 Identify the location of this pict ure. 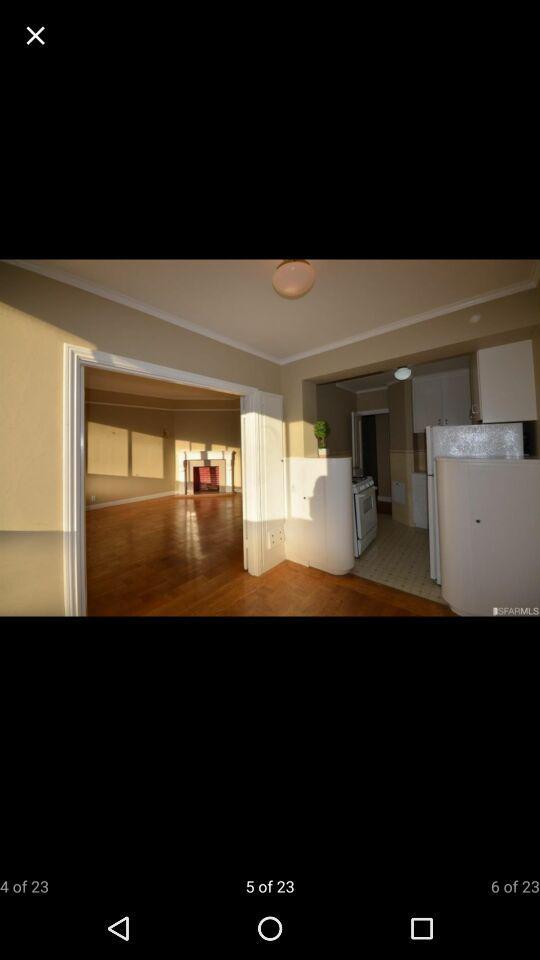
(35, 34).